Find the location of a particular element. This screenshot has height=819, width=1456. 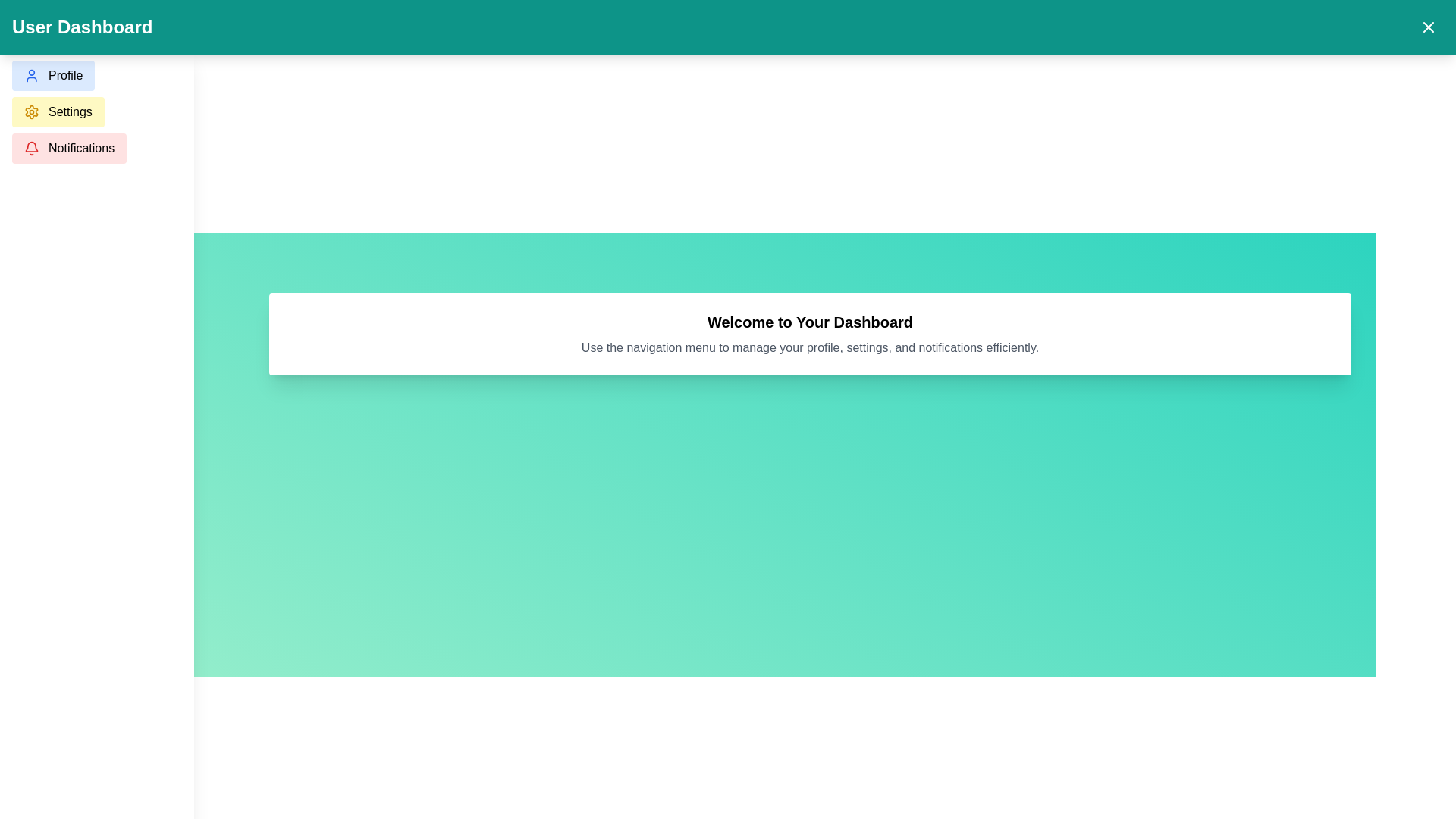

the cogwheel-shaped icon in yellow, which is placed inside the yellow 'Settings' button on the left navigation panel is located at coordinates (32, 111).